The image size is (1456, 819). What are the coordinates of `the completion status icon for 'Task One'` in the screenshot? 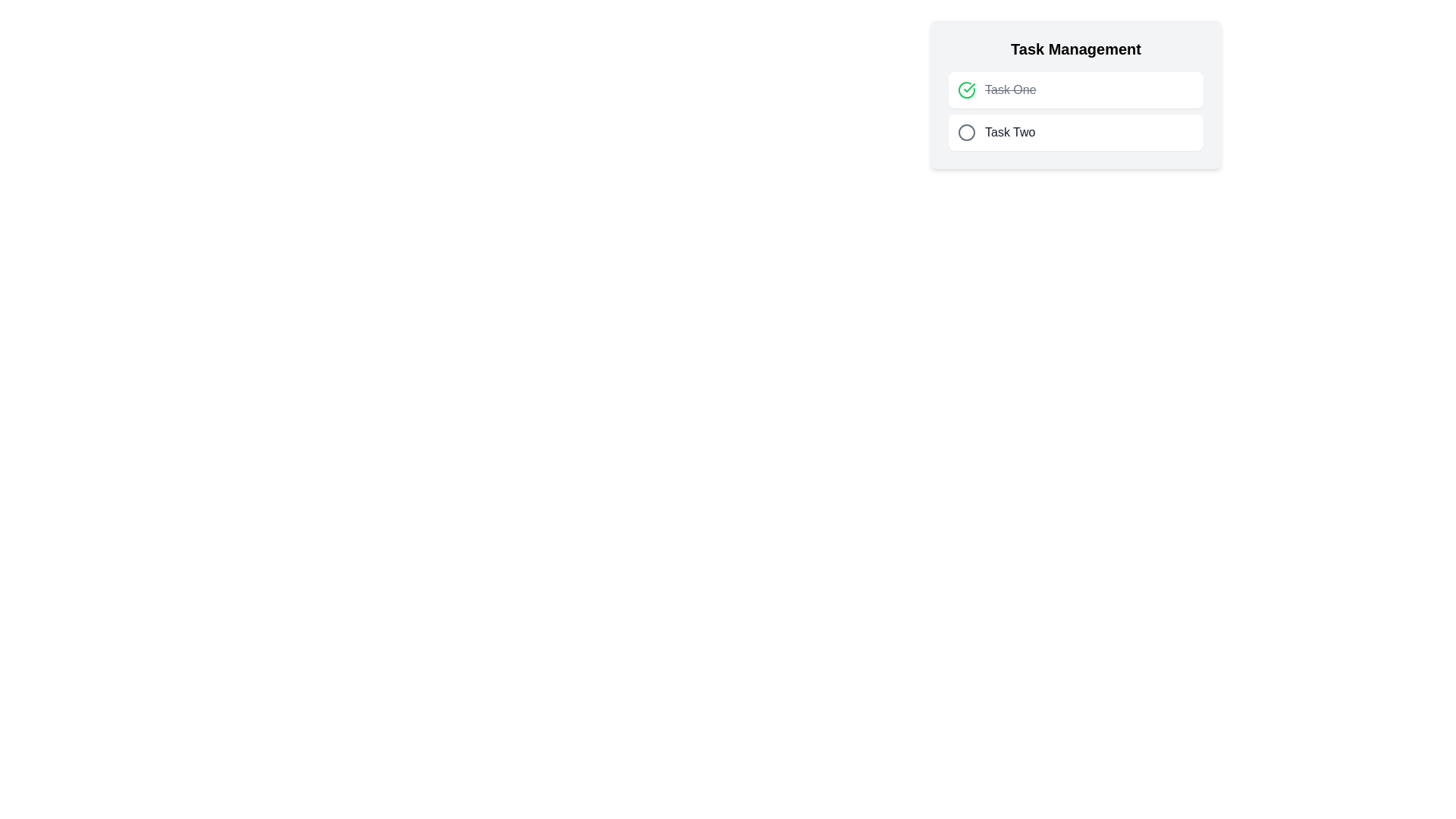 It's located at (966, 90).